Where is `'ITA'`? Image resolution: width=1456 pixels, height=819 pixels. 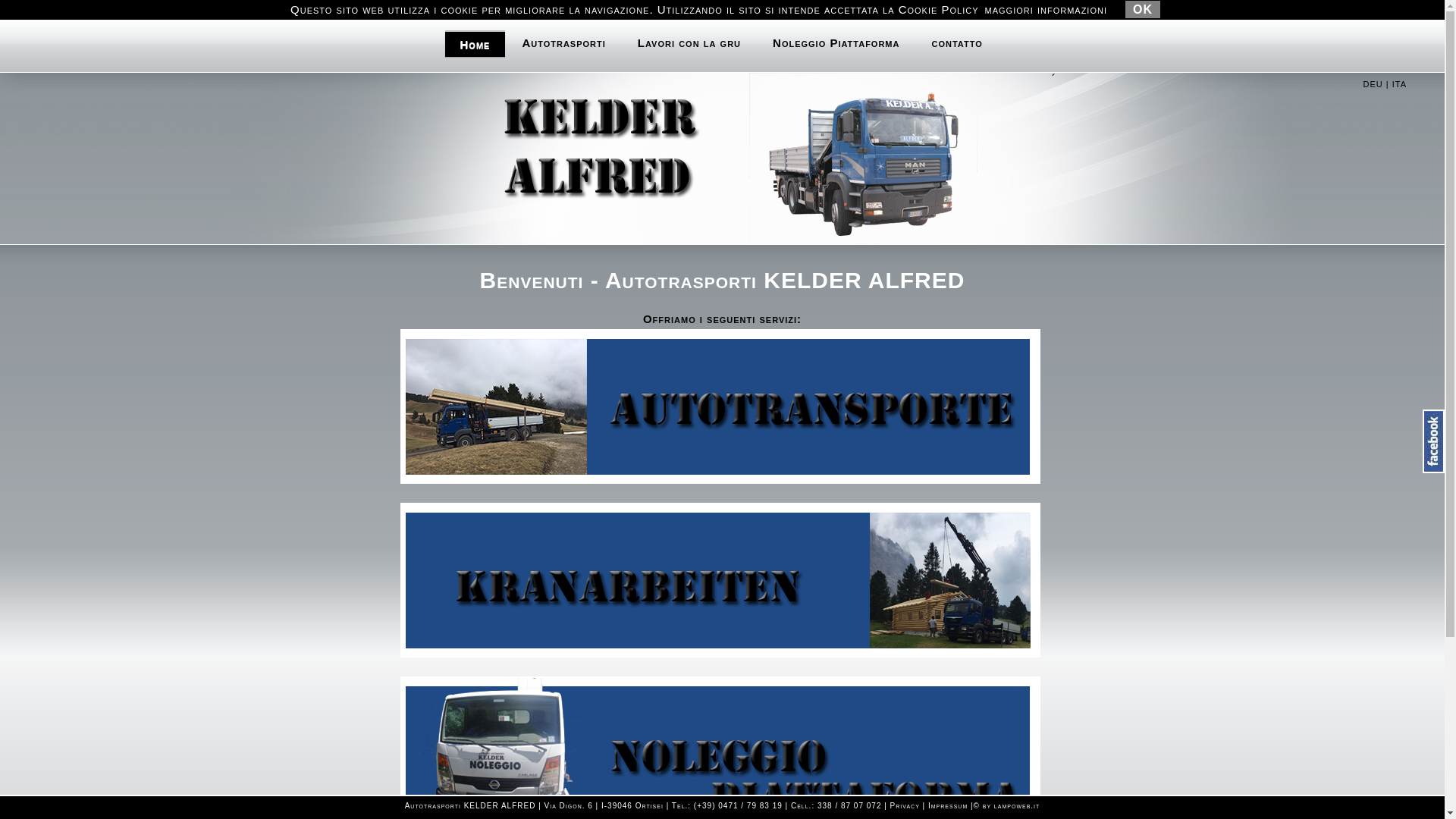
'ITA' is located at coordinates (1398, 84).